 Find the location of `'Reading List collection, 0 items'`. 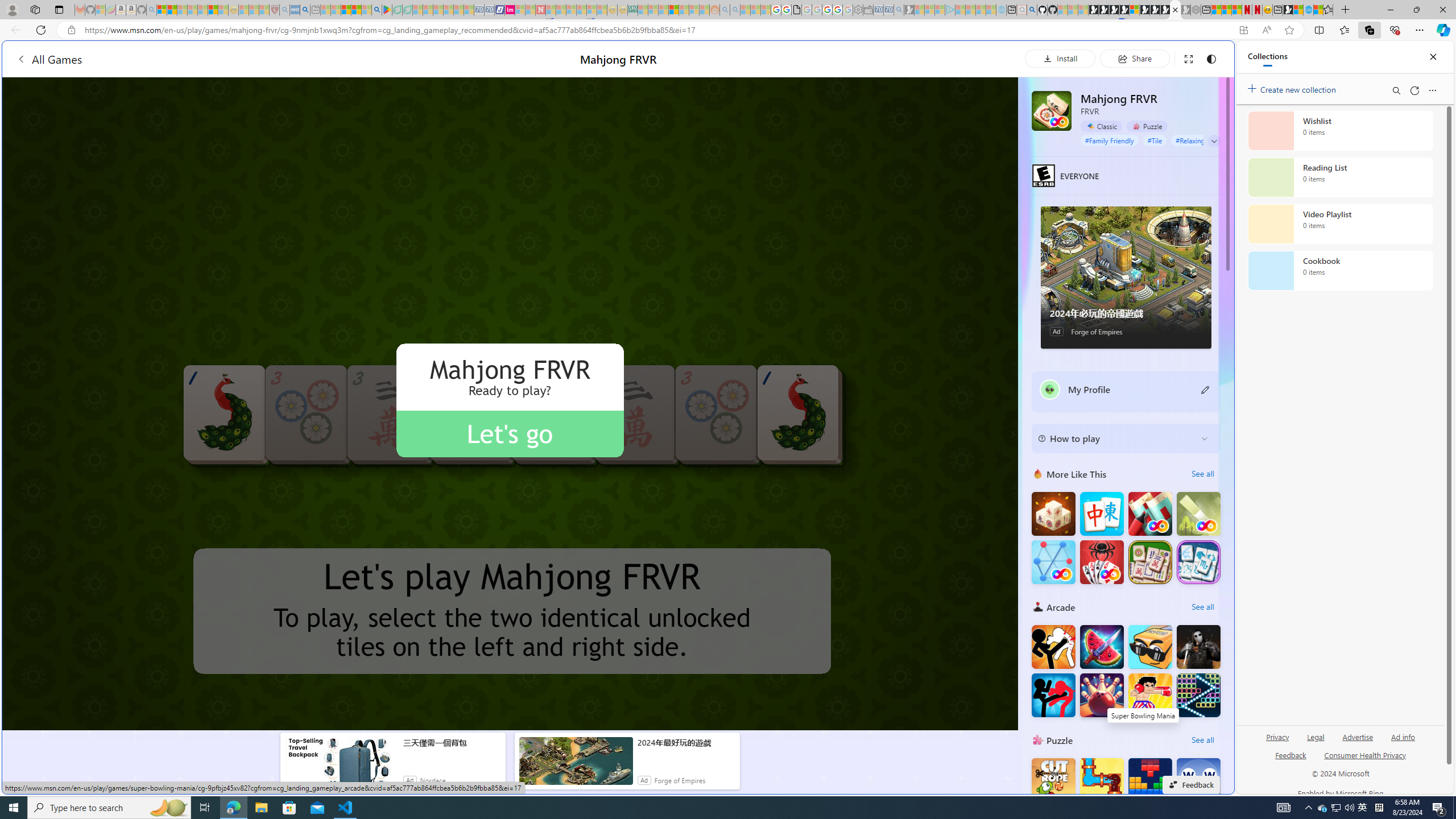

'Reading List collection, 0 items' is located at coordinates (1340, 176).